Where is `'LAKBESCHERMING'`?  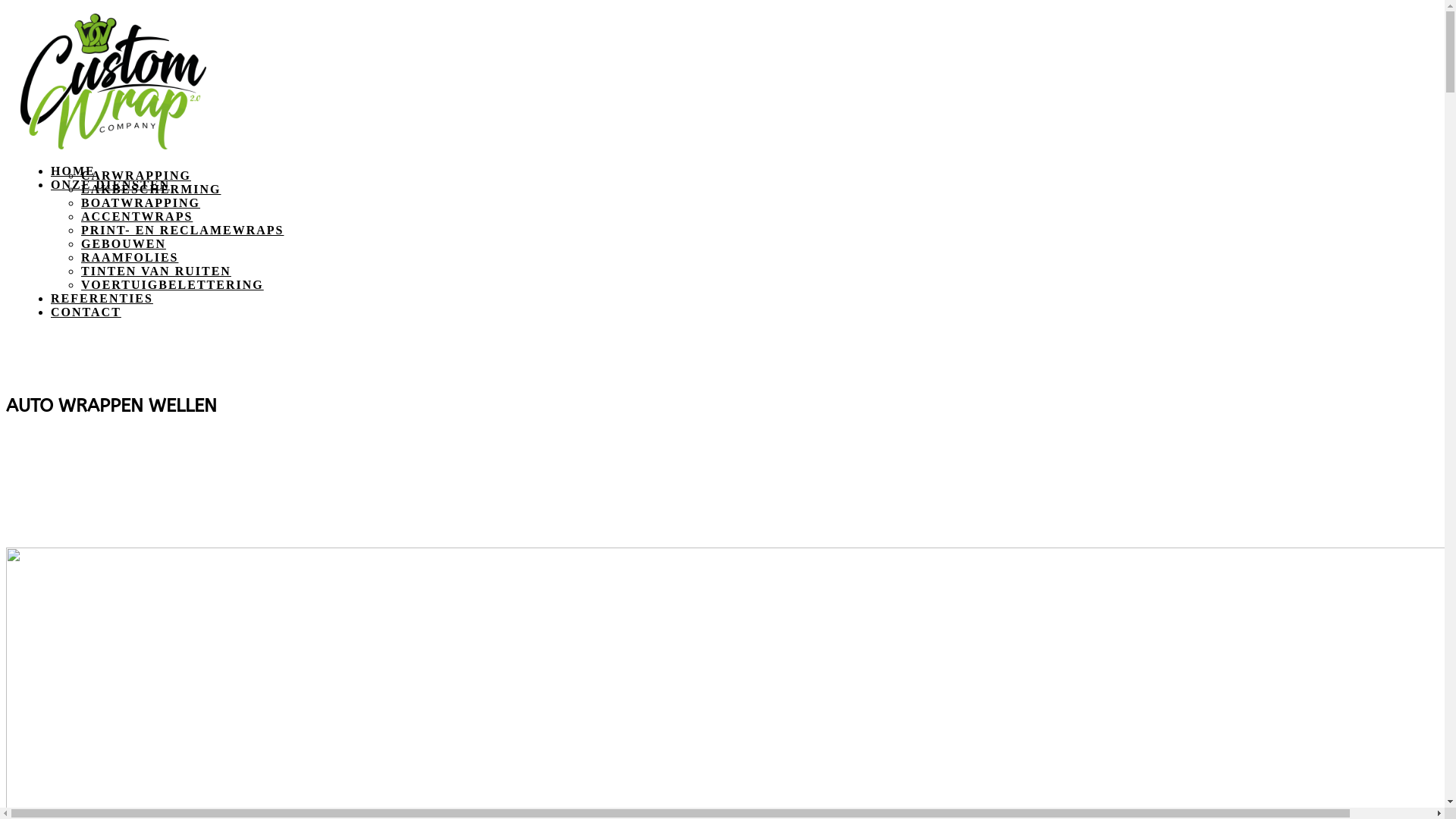
'LAKBESCHERMING' is located at coordinates (150, 188).